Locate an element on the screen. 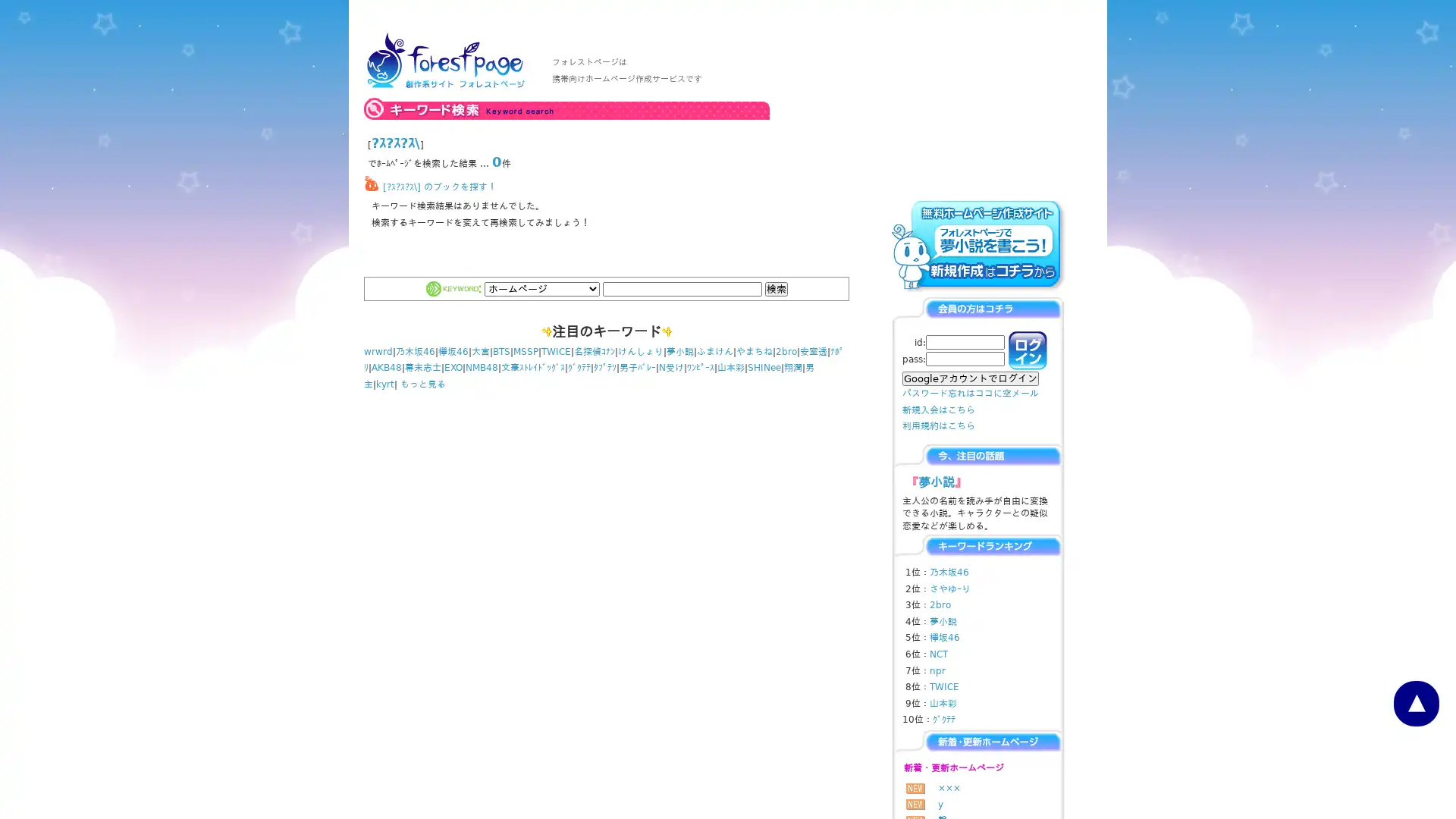 The height and width of the screenshot is (819, 1456). Google is located at coordinates (971, 378).